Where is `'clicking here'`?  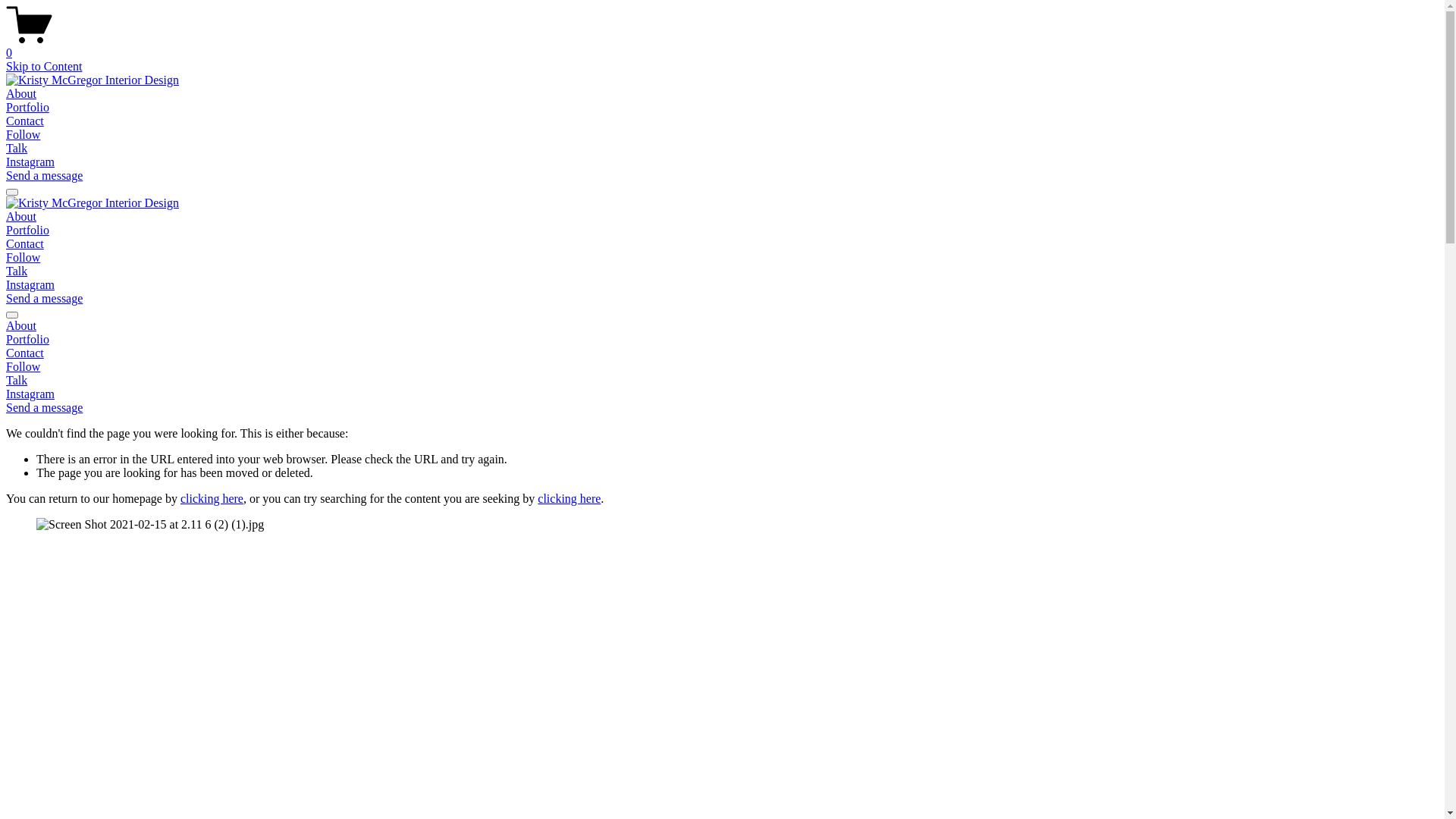
'clicking here' is located at coordinates (211, 498).